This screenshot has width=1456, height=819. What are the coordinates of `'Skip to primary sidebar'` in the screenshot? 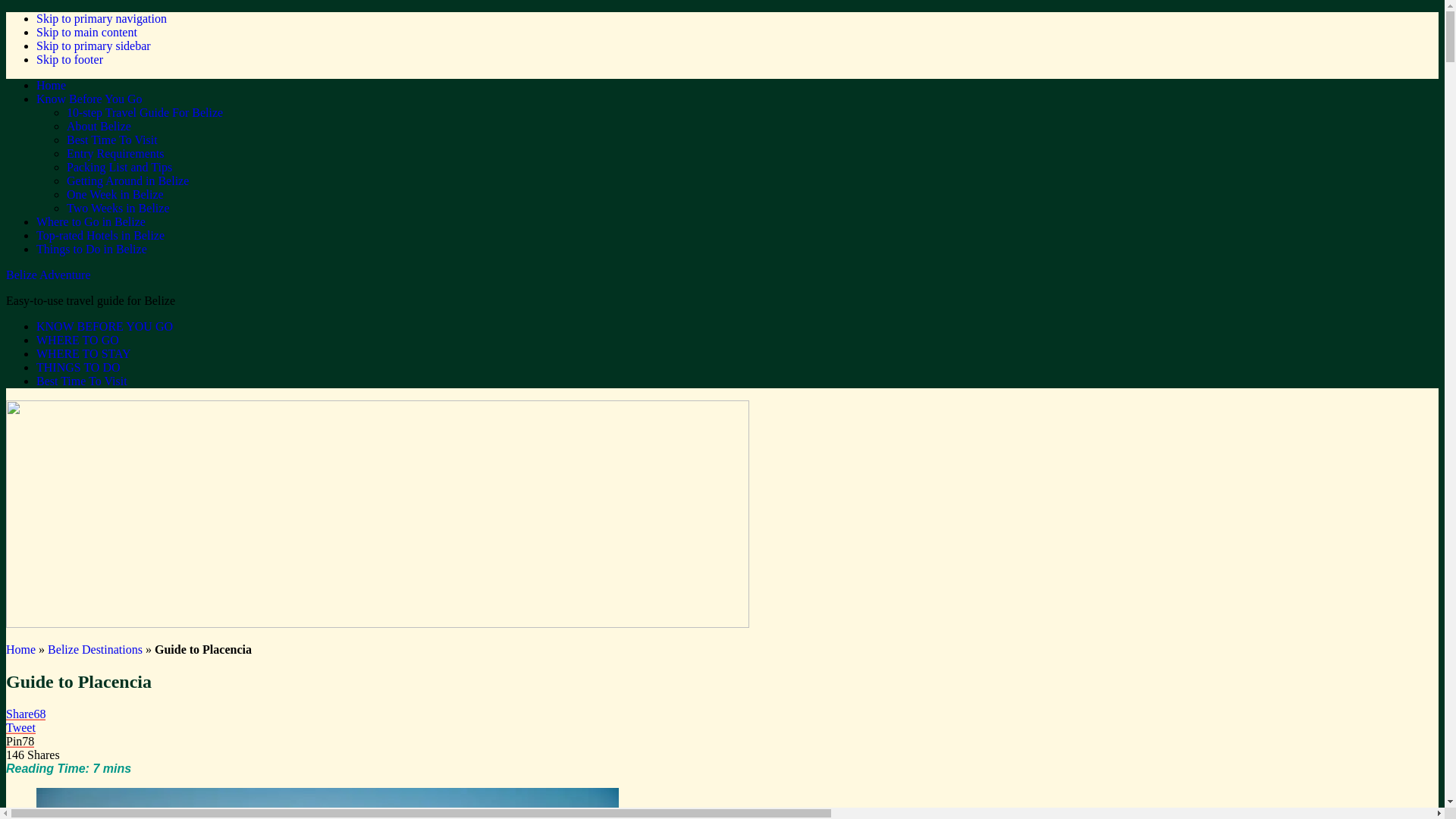 It's located at (36, 45).